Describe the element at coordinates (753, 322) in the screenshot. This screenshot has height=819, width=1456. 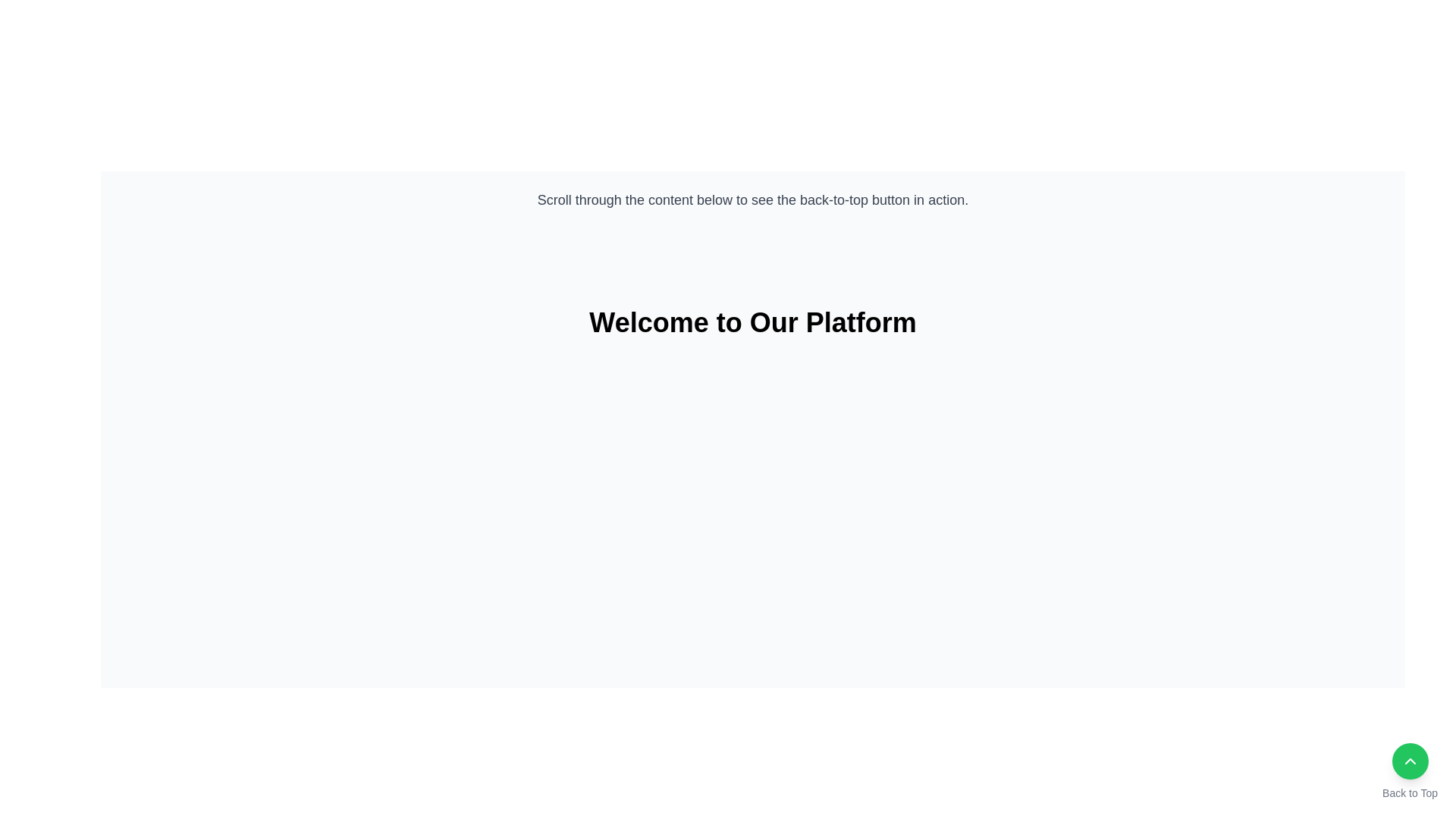
I see `the heading text that reads 'Welcome to Our Platform', which is a bold, large-sized, center-aligned text displayed in black color` at that location.